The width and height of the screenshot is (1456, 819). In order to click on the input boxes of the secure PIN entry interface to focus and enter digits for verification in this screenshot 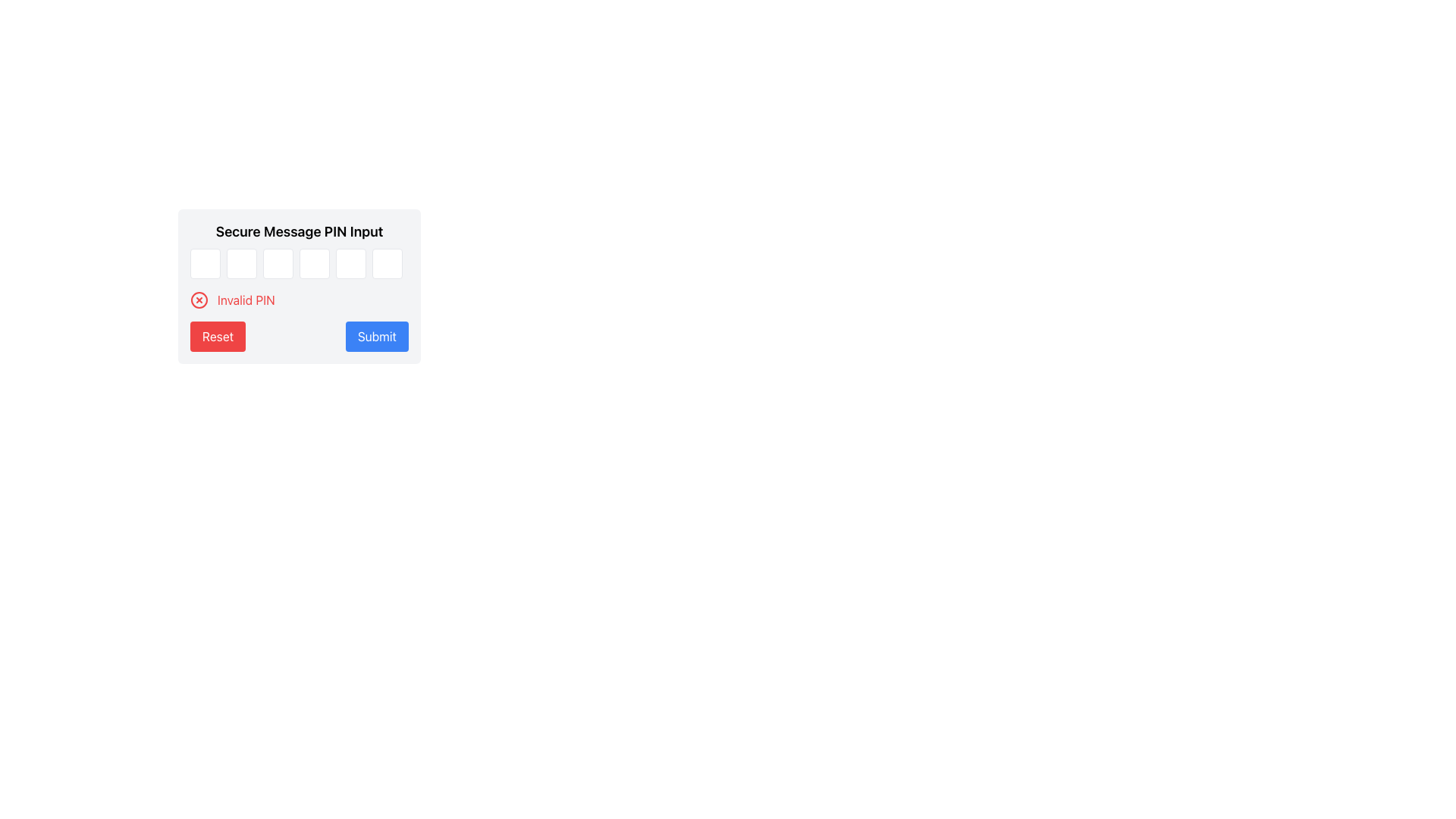, I will do `click(299, 287)`.